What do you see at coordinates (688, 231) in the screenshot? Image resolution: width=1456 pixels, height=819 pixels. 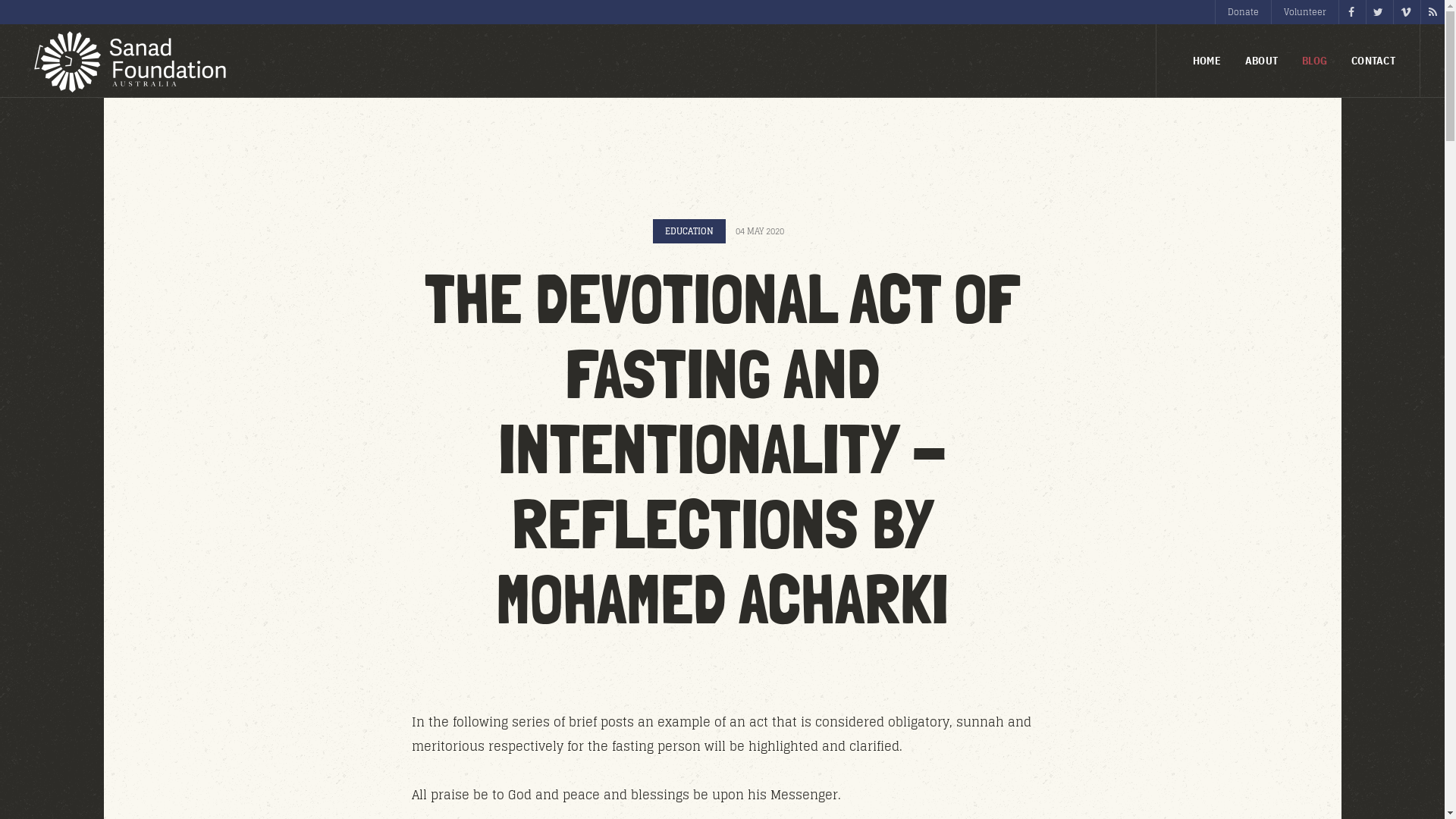 I see `'EDUCATION'` at bounding box center [688, 231].